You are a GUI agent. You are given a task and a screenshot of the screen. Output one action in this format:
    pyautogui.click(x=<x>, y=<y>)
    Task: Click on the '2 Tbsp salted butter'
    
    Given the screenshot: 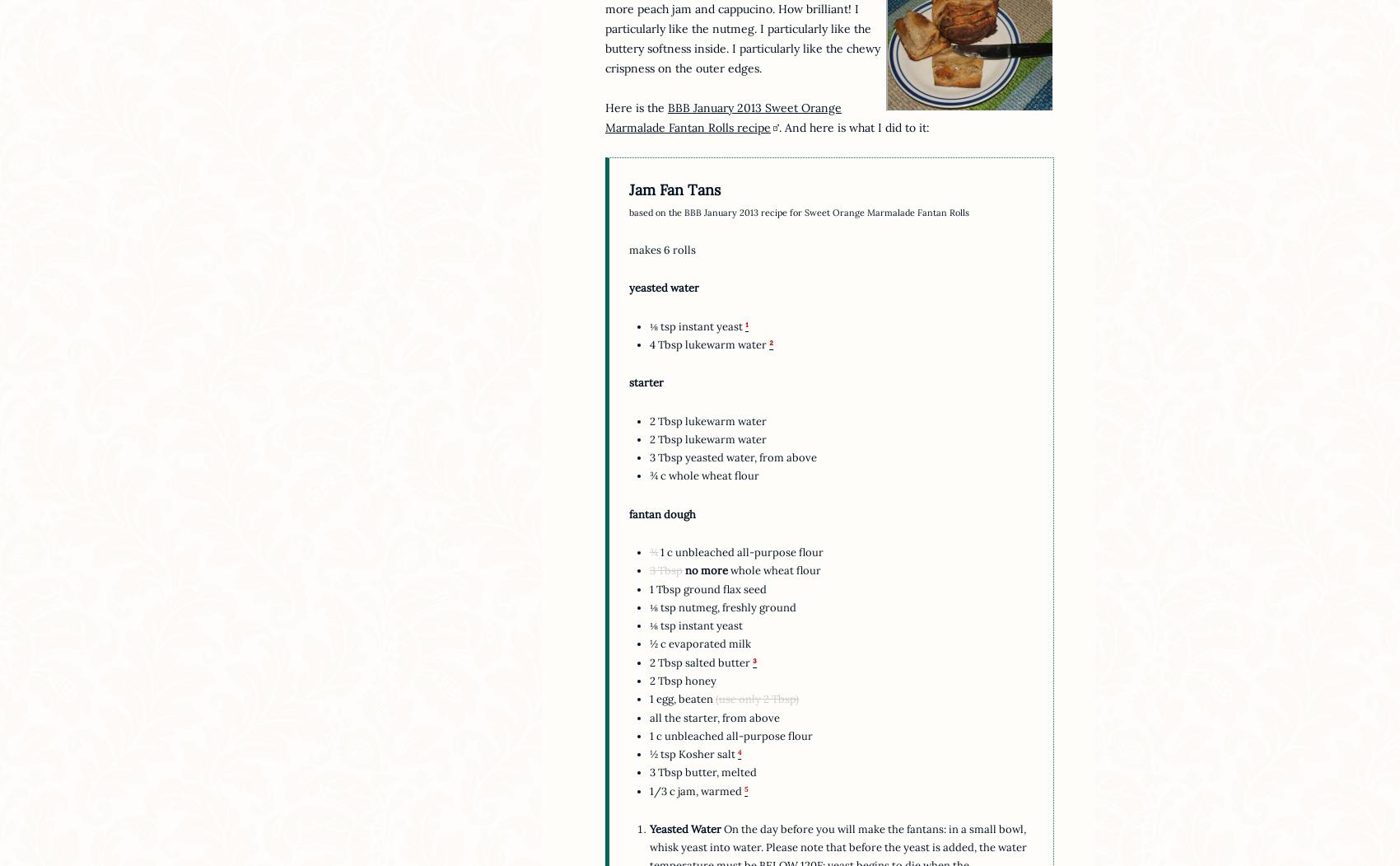 What is the action you would take?
    pyautogui.click(x=701, y=661)
    